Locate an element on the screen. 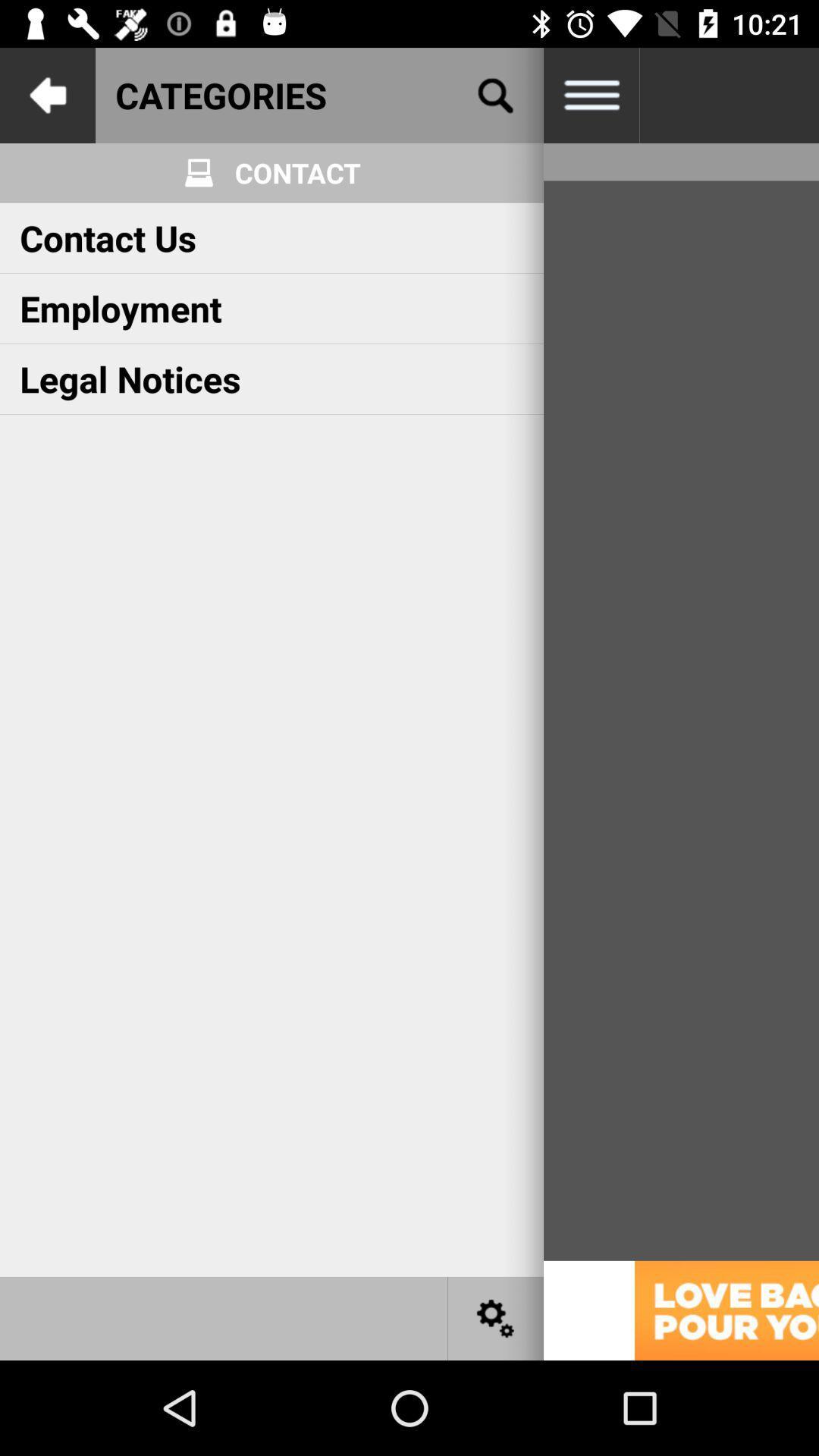 The height and width of the screenshot is (1456, 819). the search icon is located at coordinates (496, 94).